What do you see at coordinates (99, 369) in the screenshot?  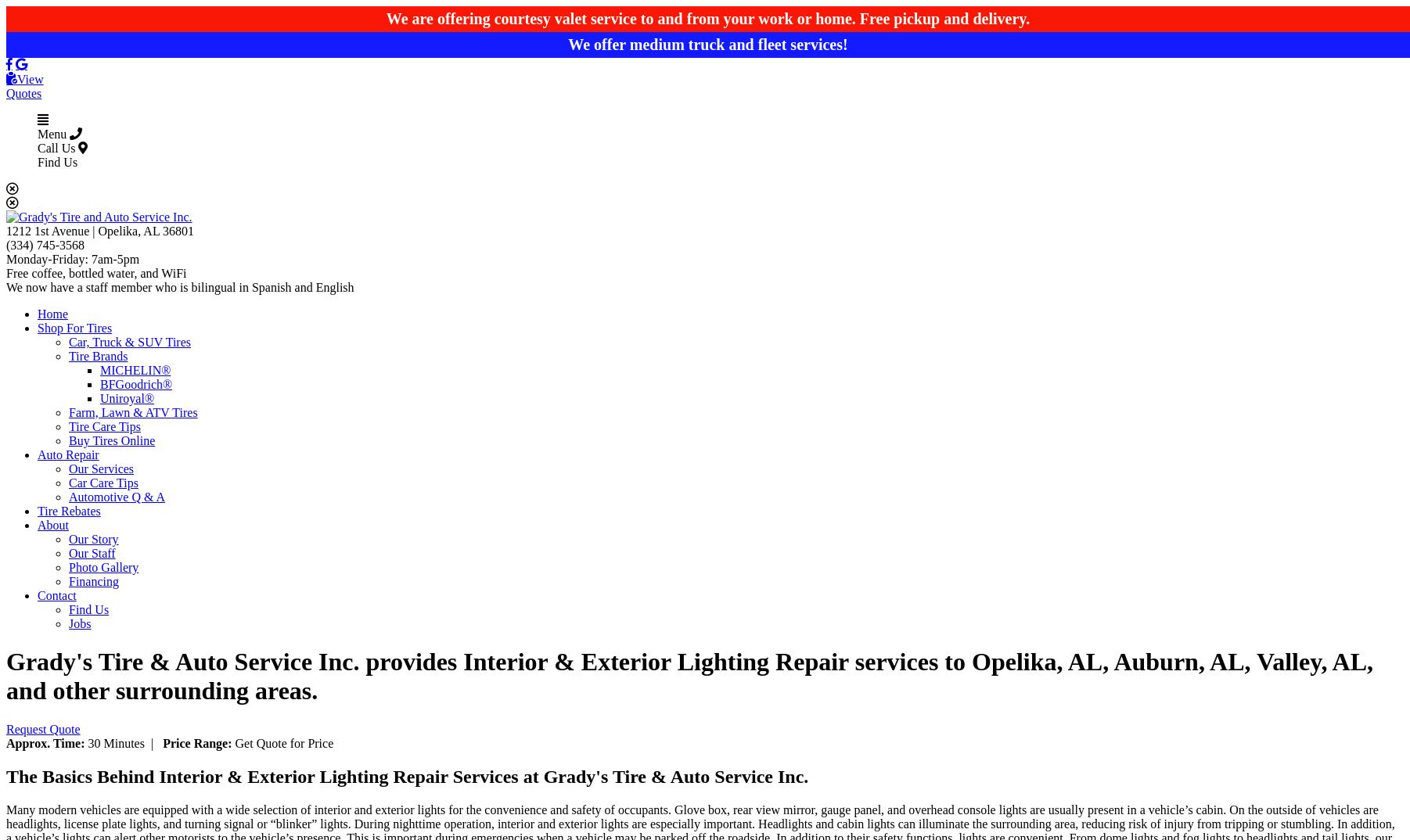 I see `'MICHELIN®'` at bounding box center [99, 369].